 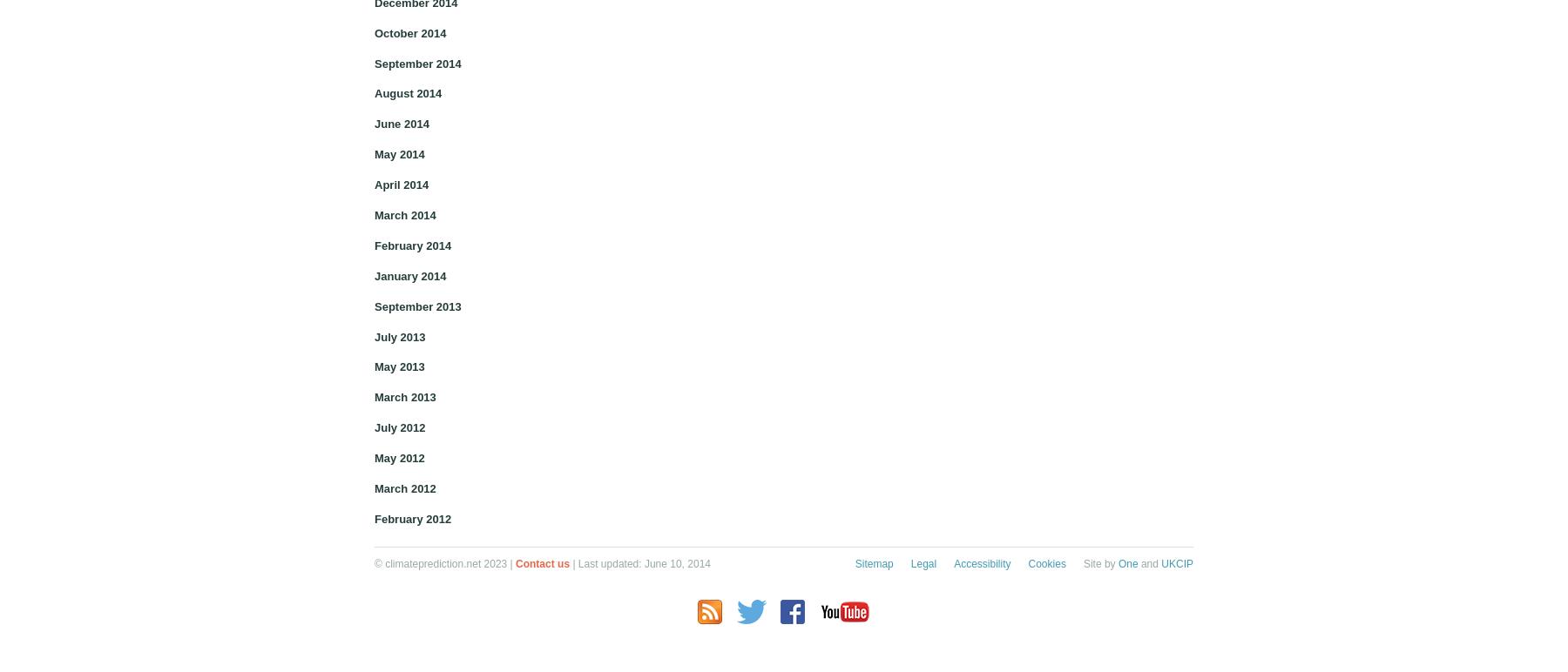 What do you see at coordinates (375, 124) in the screenshot?
I see `'June 2014'` at bounding box center [375, 124].